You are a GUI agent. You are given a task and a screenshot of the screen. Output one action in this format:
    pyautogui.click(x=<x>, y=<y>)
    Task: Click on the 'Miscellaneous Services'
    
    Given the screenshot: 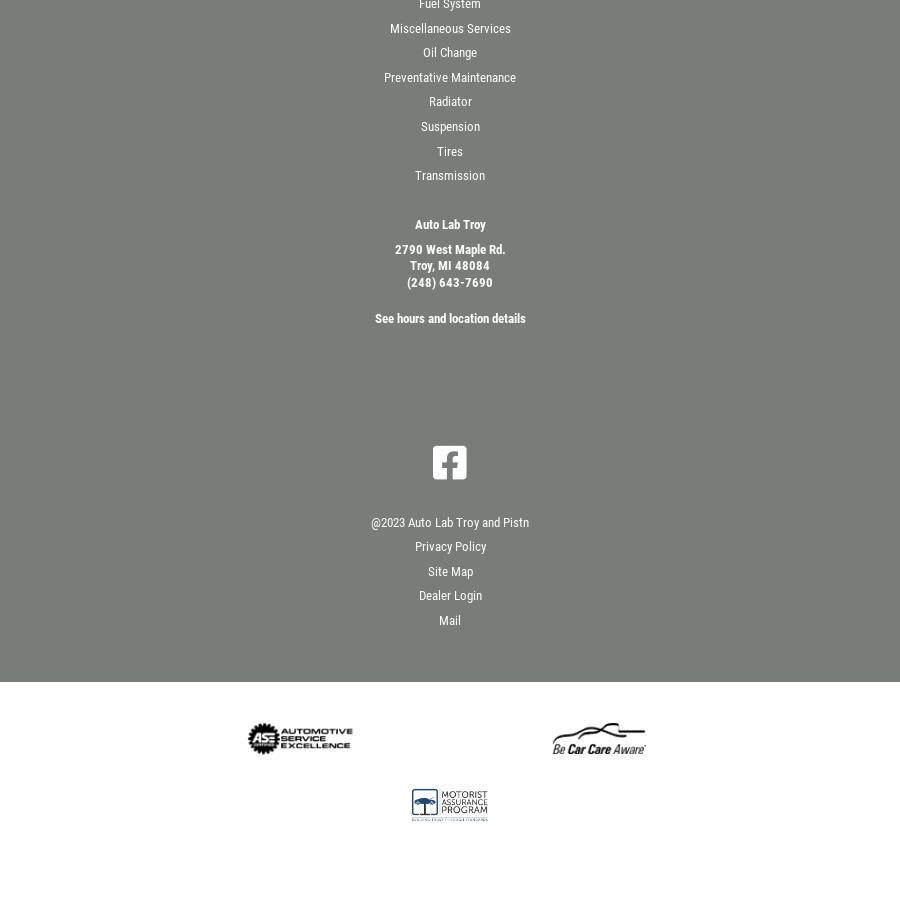 What is the action you would take?
    pyautogui.click(x=449, y=27)
    